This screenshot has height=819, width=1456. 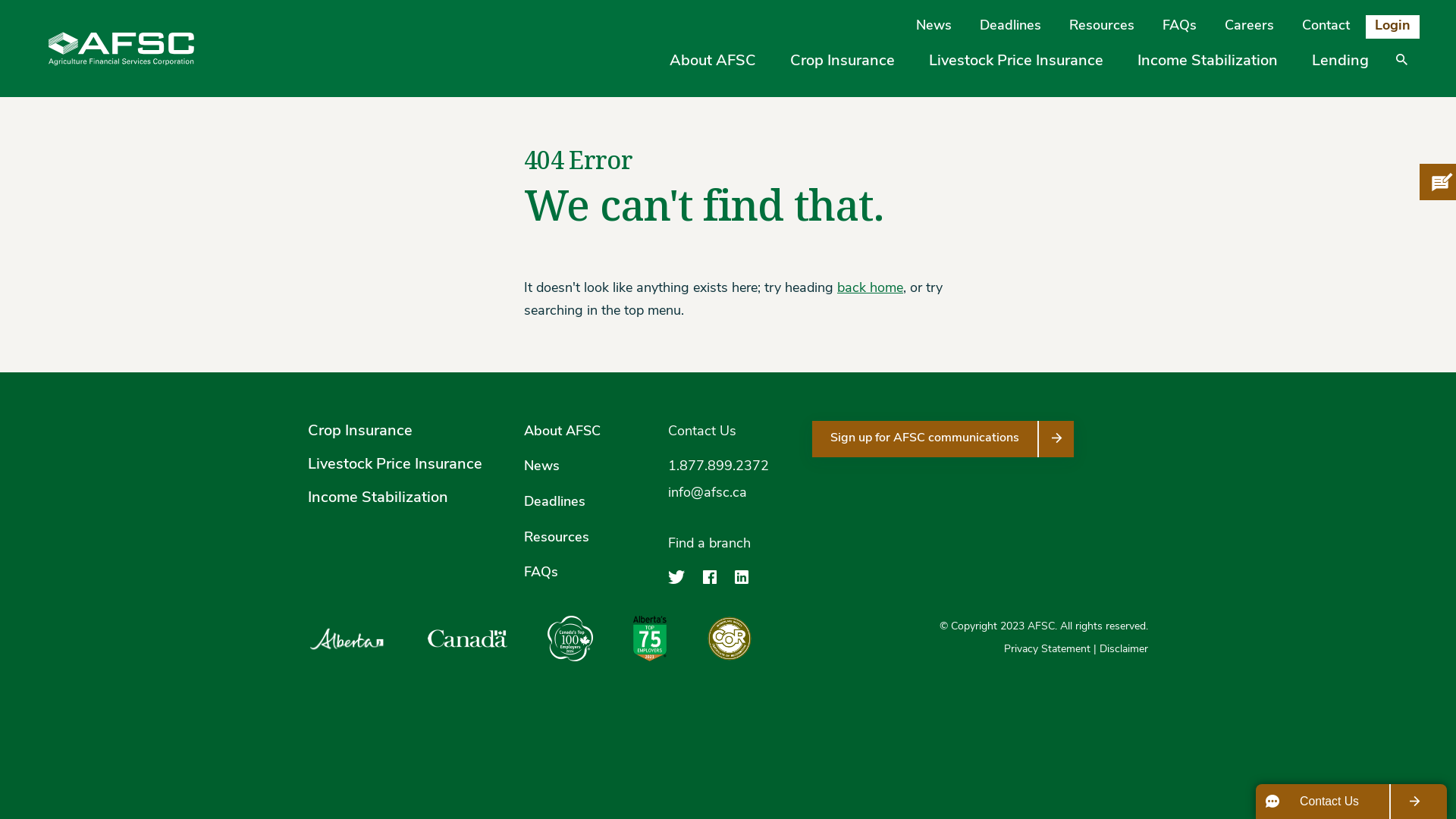 What do you see at coordinates (1325, 27) in the screenshot?
I see `'Contact'` at bounding box center [1325, 27].